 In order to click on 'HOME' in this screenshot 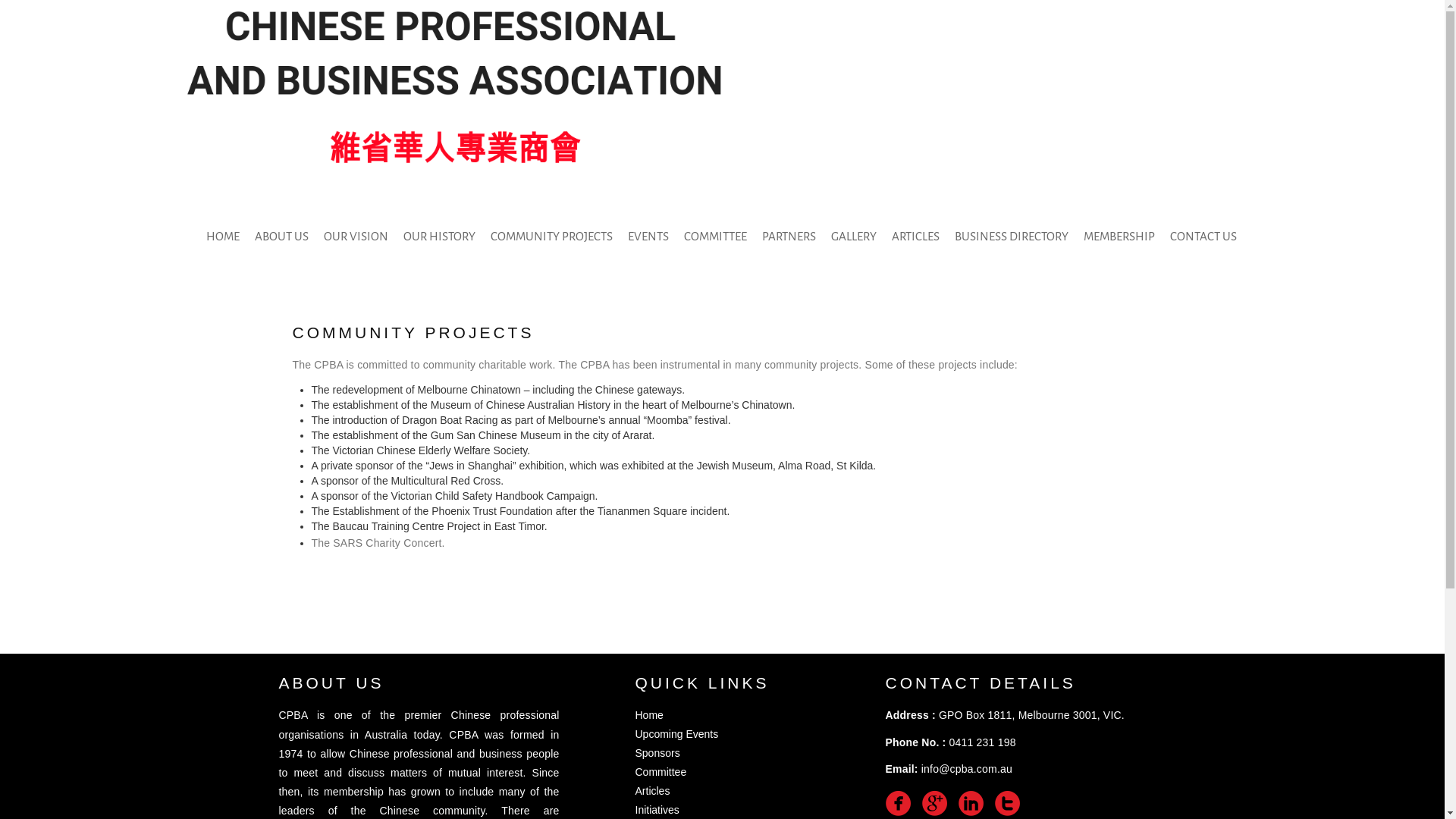, I will do `click(198, 237)`.